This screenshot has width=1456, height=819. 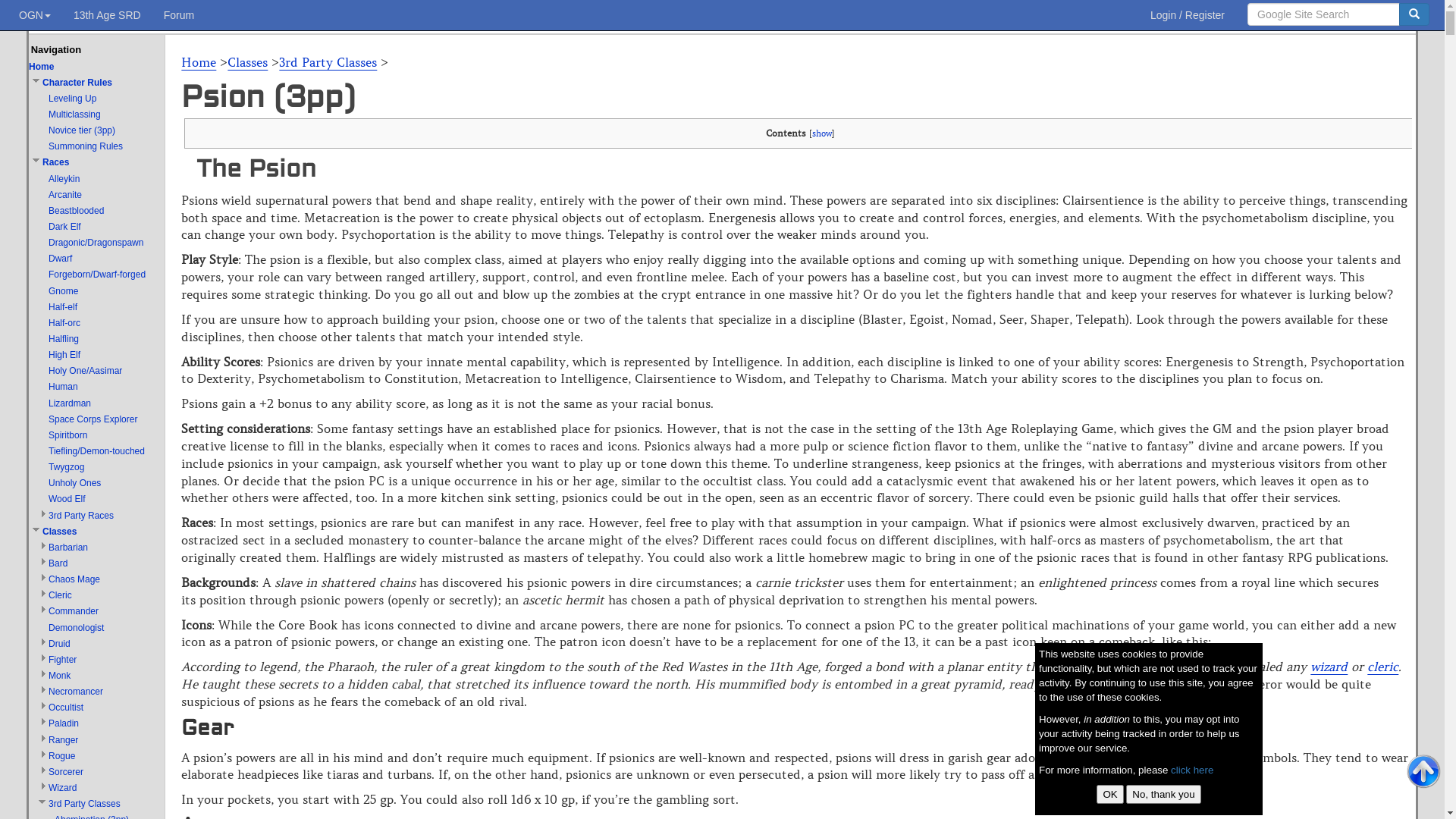 I want to click on 'Barbarian', so click(x=48, y=547).